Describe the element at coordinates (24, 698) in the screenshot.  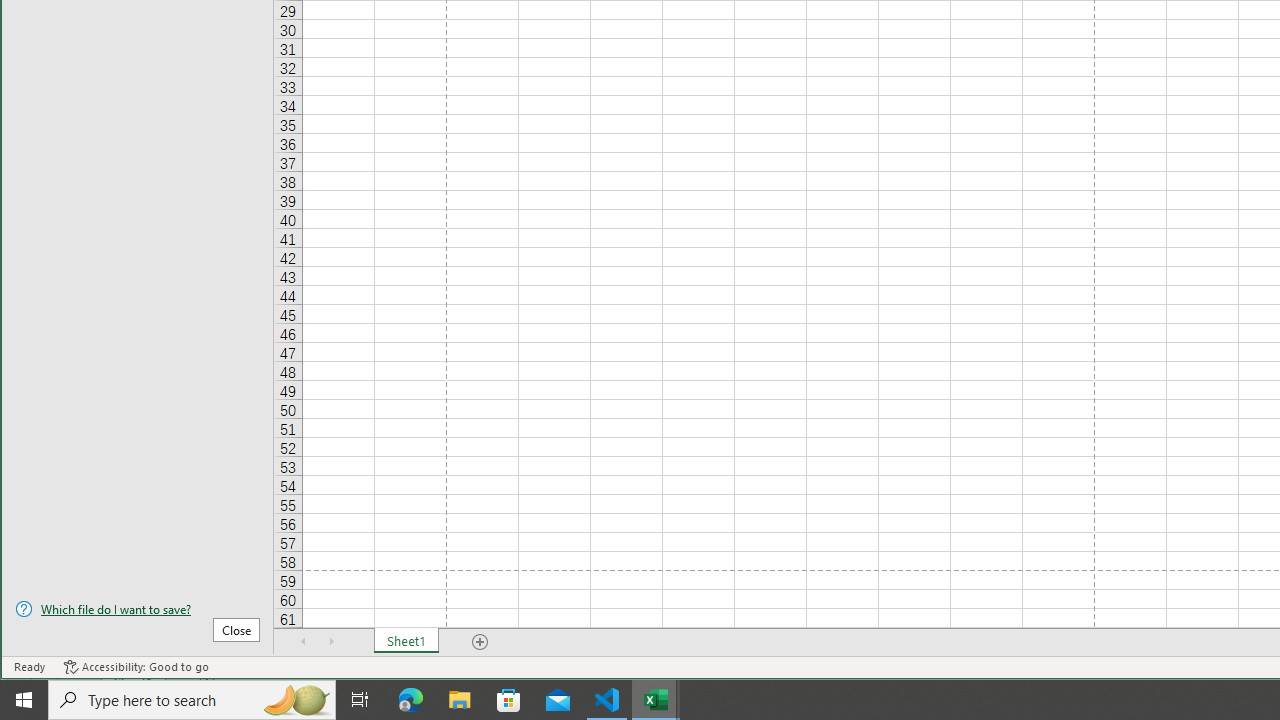
I see `'Start'` at that location.